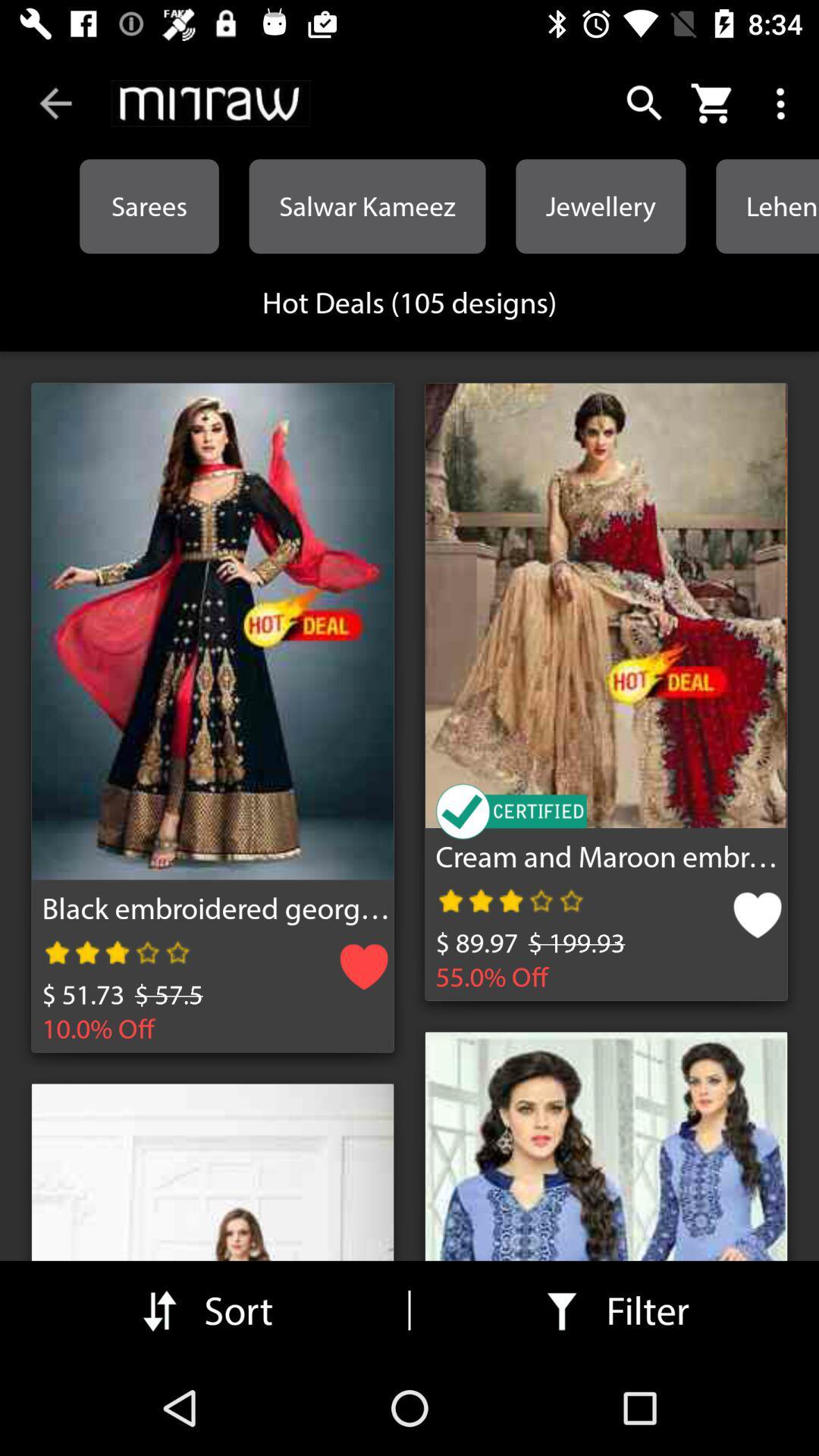  What do you see at coordinates (783, 102) in the screenshot?
I see `item above lehengas item` at bounding box center [783, 102].